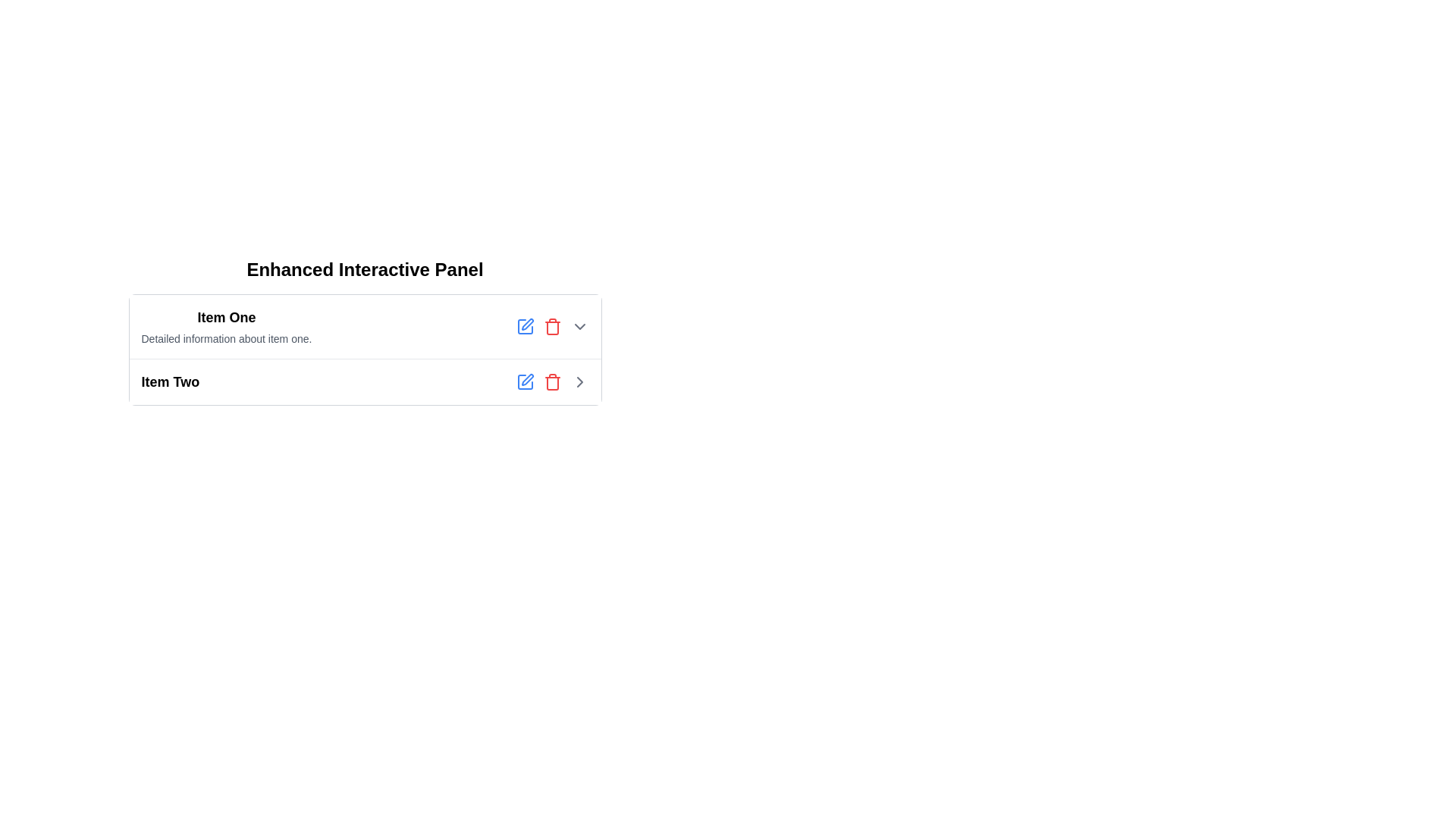  I want to click on the rightward-pointing chevron icon located at the end of the row labeled 'Item One', so click(579, 381).